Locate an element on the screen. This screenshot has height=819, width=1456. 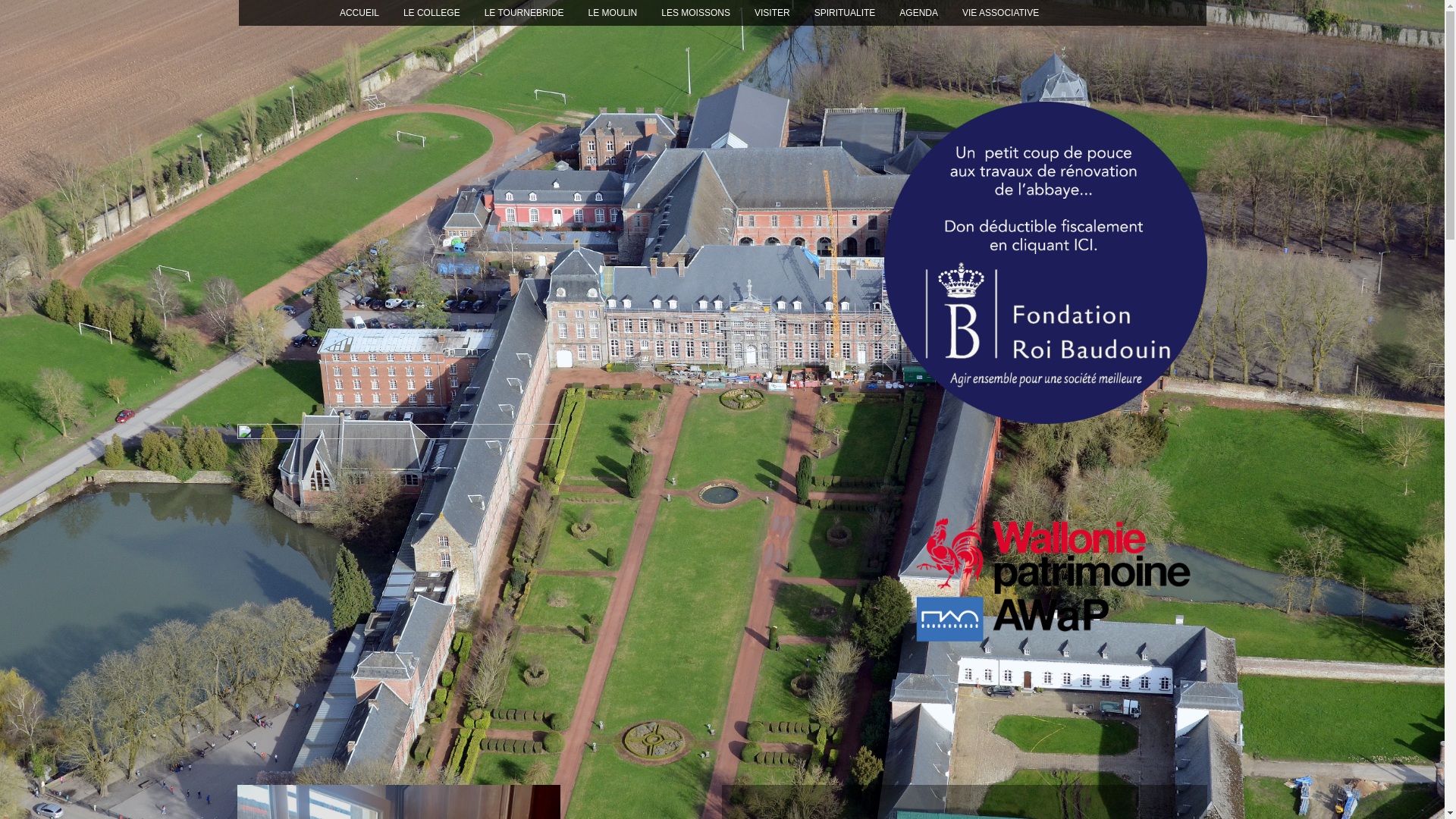
'LE COLLEGE' is located at coordinates (431, 12).